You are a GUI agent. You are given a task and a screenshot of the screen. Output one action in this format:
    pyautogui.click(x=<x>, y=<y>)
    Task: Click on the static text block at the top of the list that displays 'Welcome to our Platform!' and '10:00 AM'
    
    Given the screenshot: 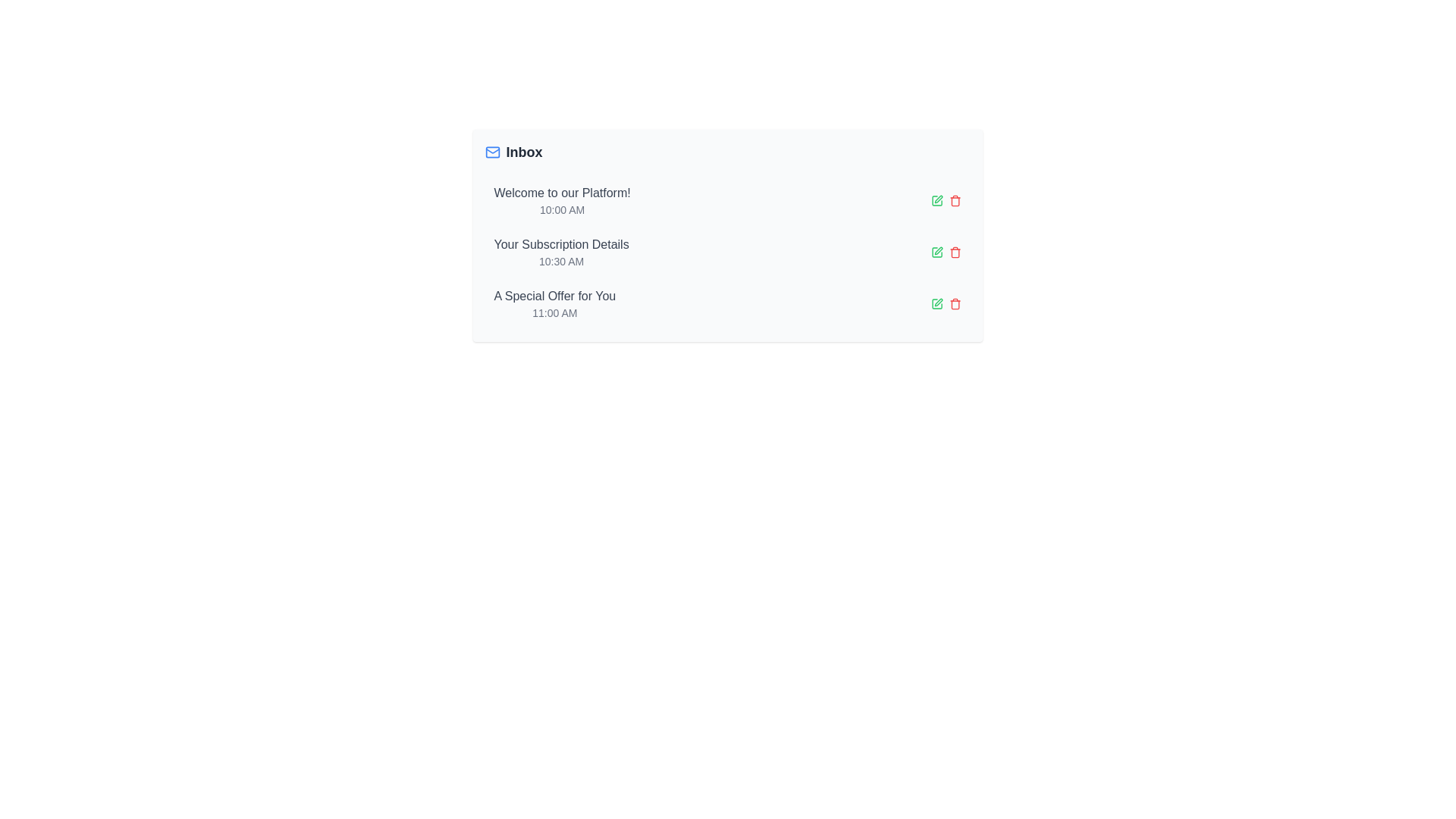 What is the action you would take?
    pyautogui.click(x=561, y=200)
    